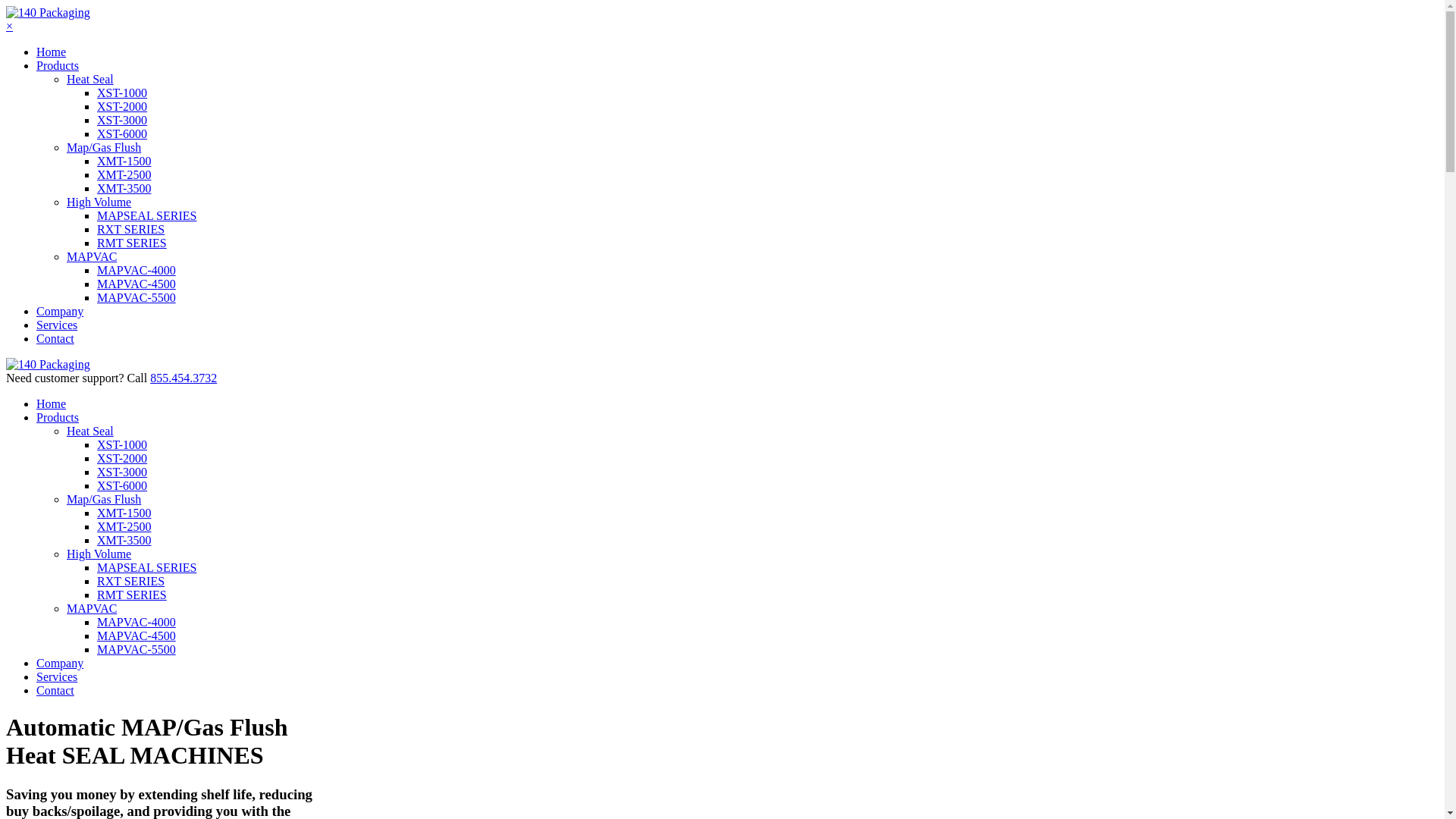 The height and width of the screenshot is (819, 1456). What do you see at coordinates (182, 377) in the screenshot?
I see `'855.454.3732'` at bounding box center [182, 377].